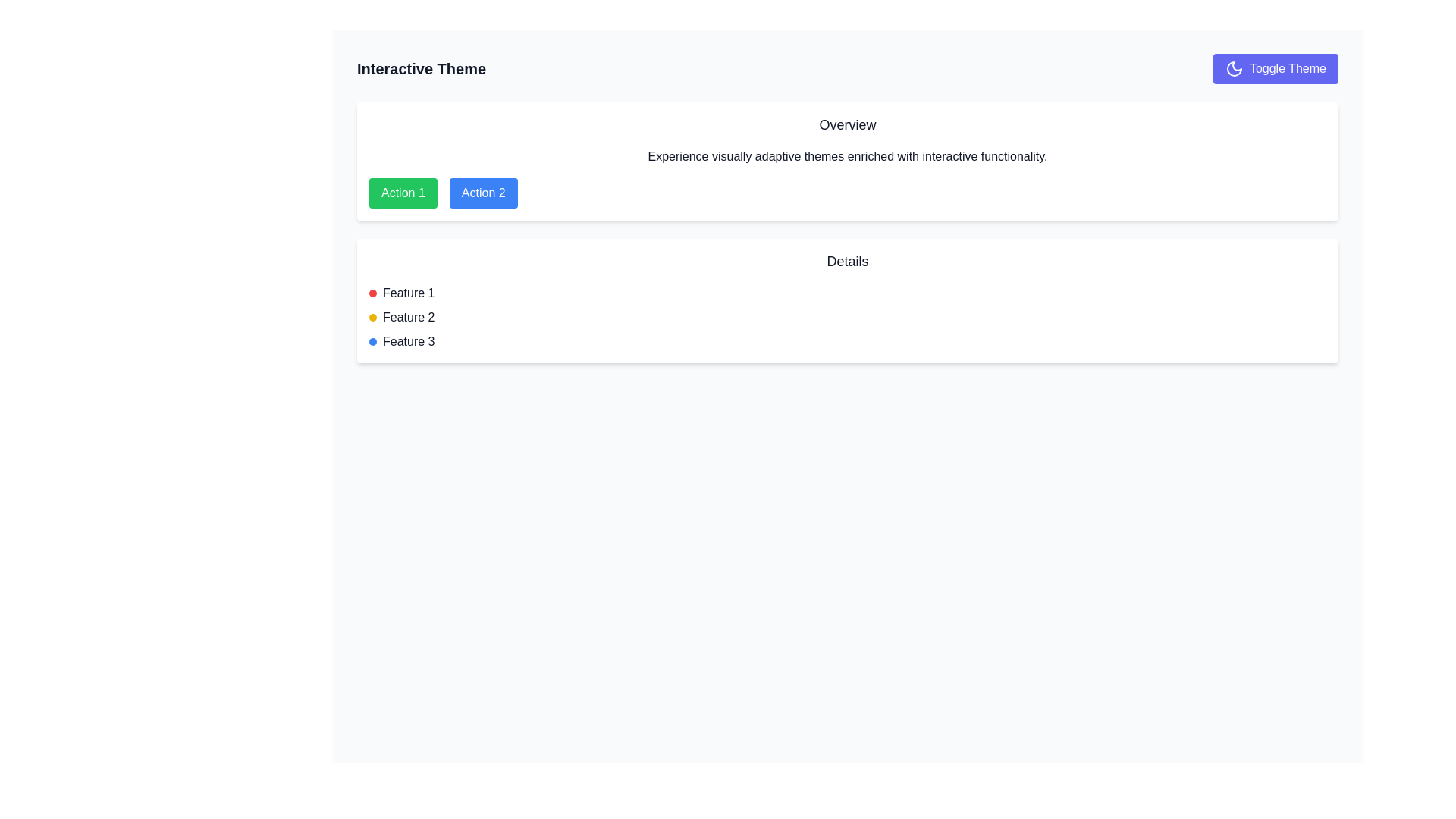 The image size is (1456, 819). What do you see at coordinates (1275, 69) in the screenshot?
I see `the indigo 'Toggle Theme' button with a white moon icon` at bounding box center [1275, 69].